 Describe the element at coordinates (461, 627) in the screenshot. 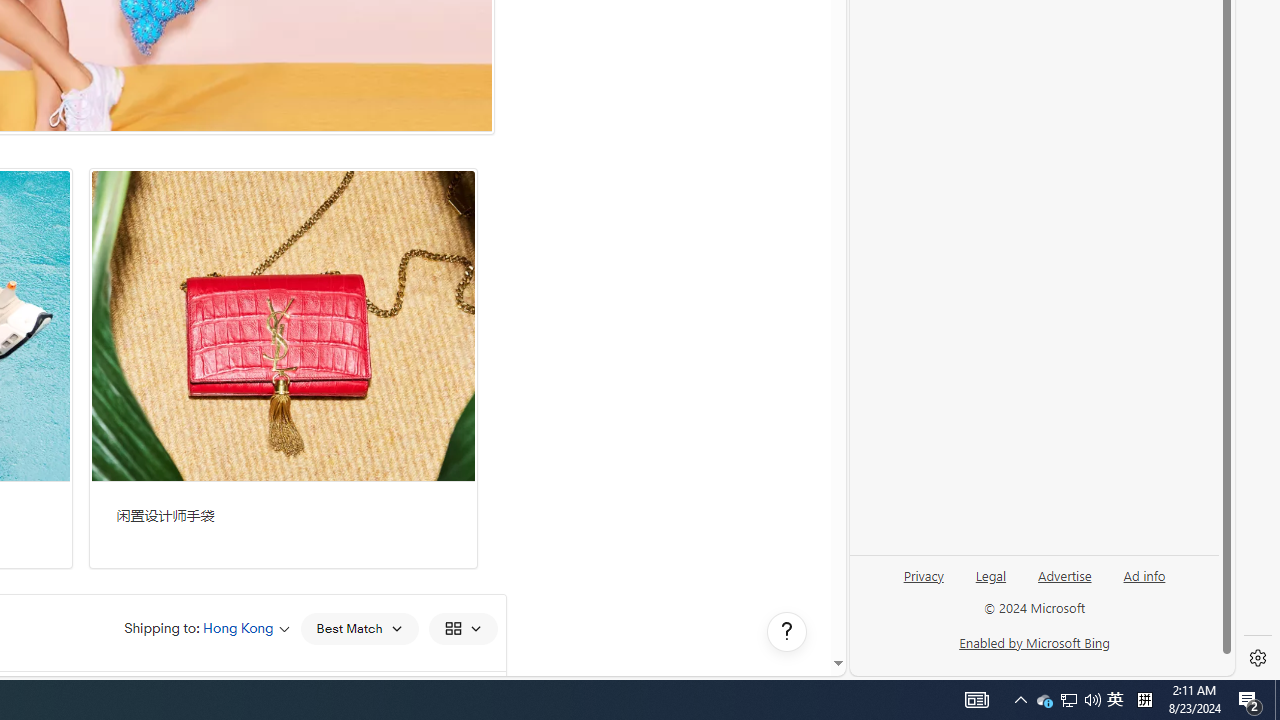

I see `'View: Gallery View'` at that location.